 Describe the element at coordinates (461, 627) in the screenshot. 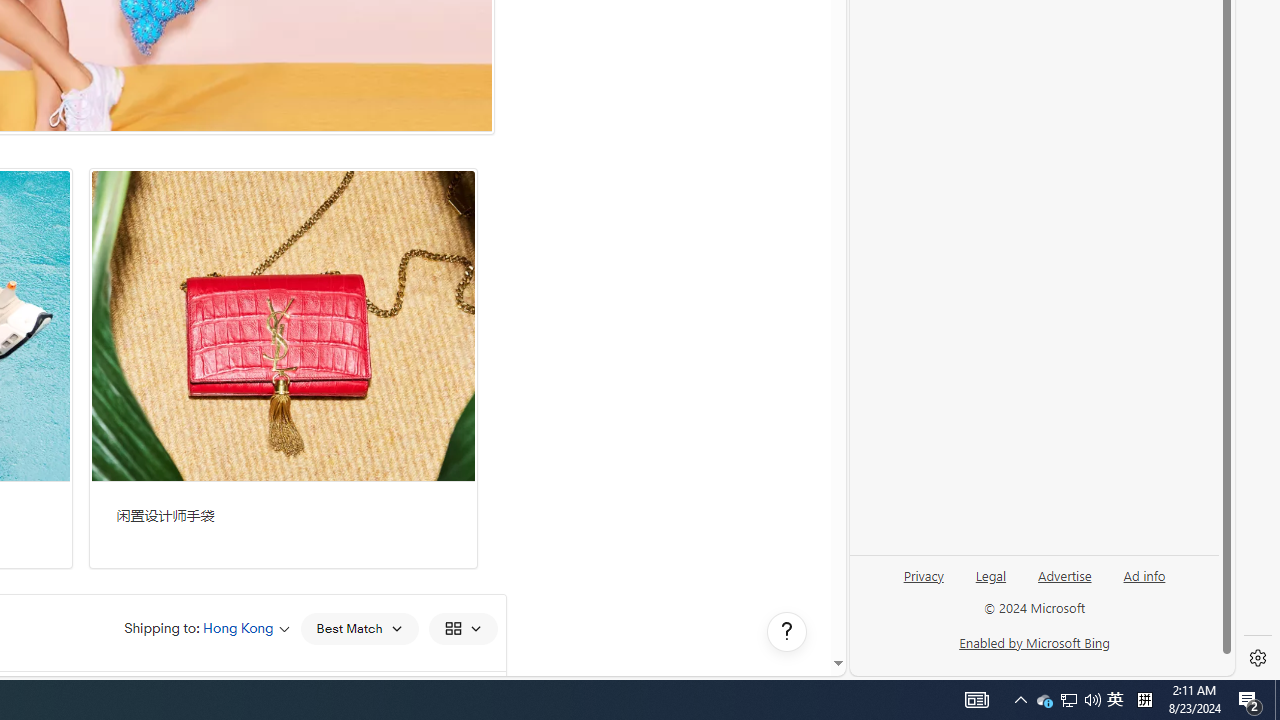

I see `'View: Gallery View'` at that location.